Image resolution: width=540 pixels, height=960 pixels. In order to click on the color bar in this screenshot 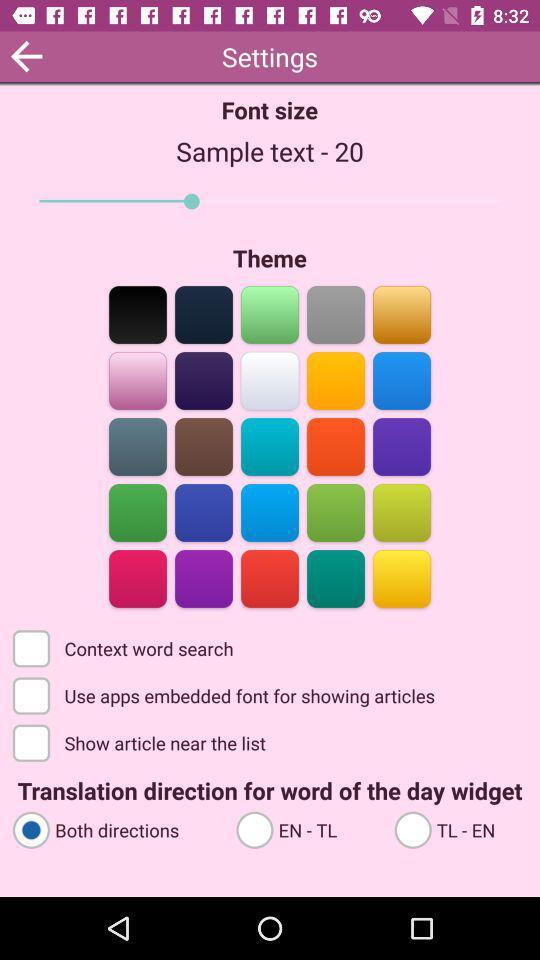, I will do `click(401, 445)`.